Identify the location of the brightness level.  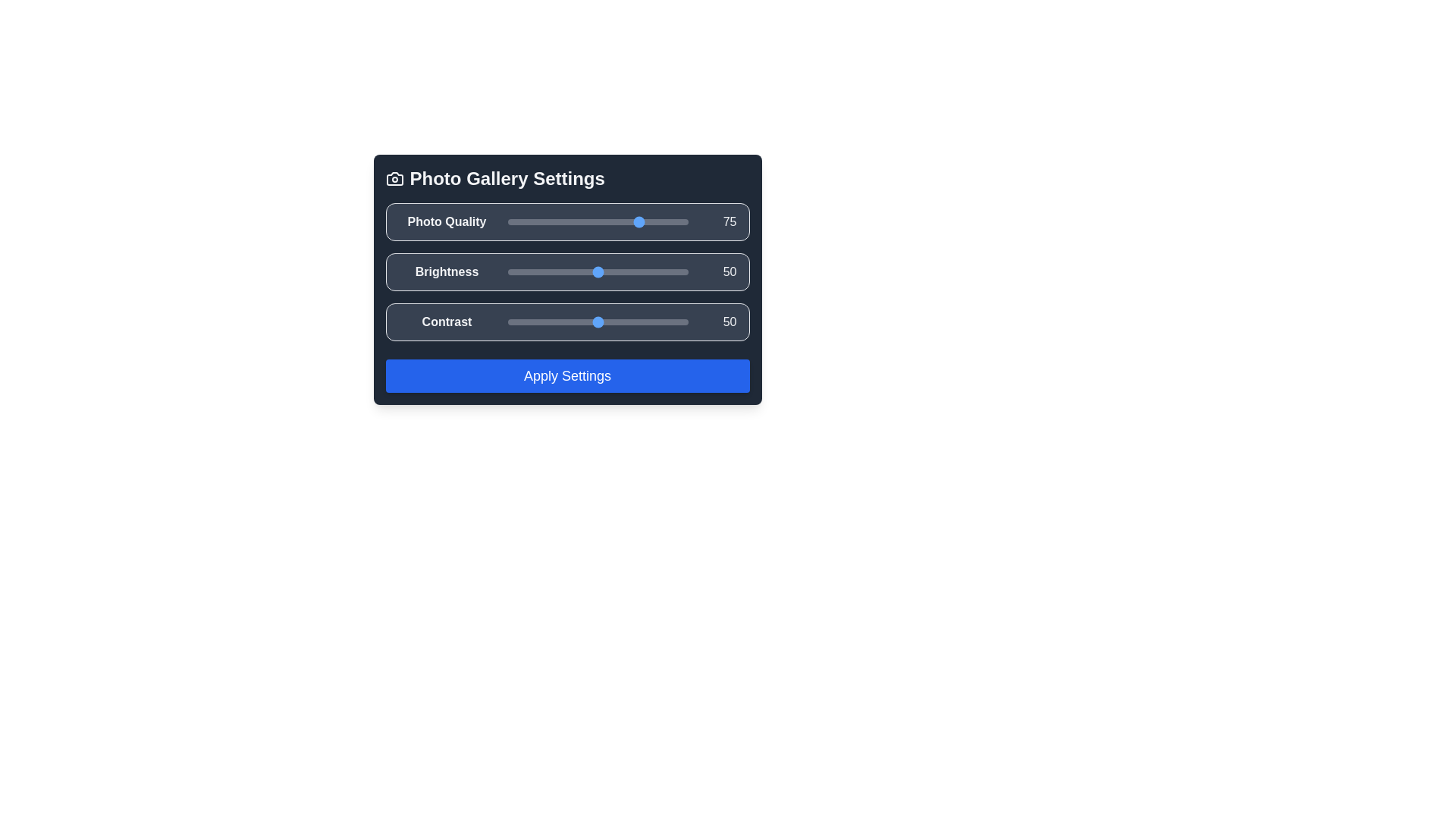
(520, 271).